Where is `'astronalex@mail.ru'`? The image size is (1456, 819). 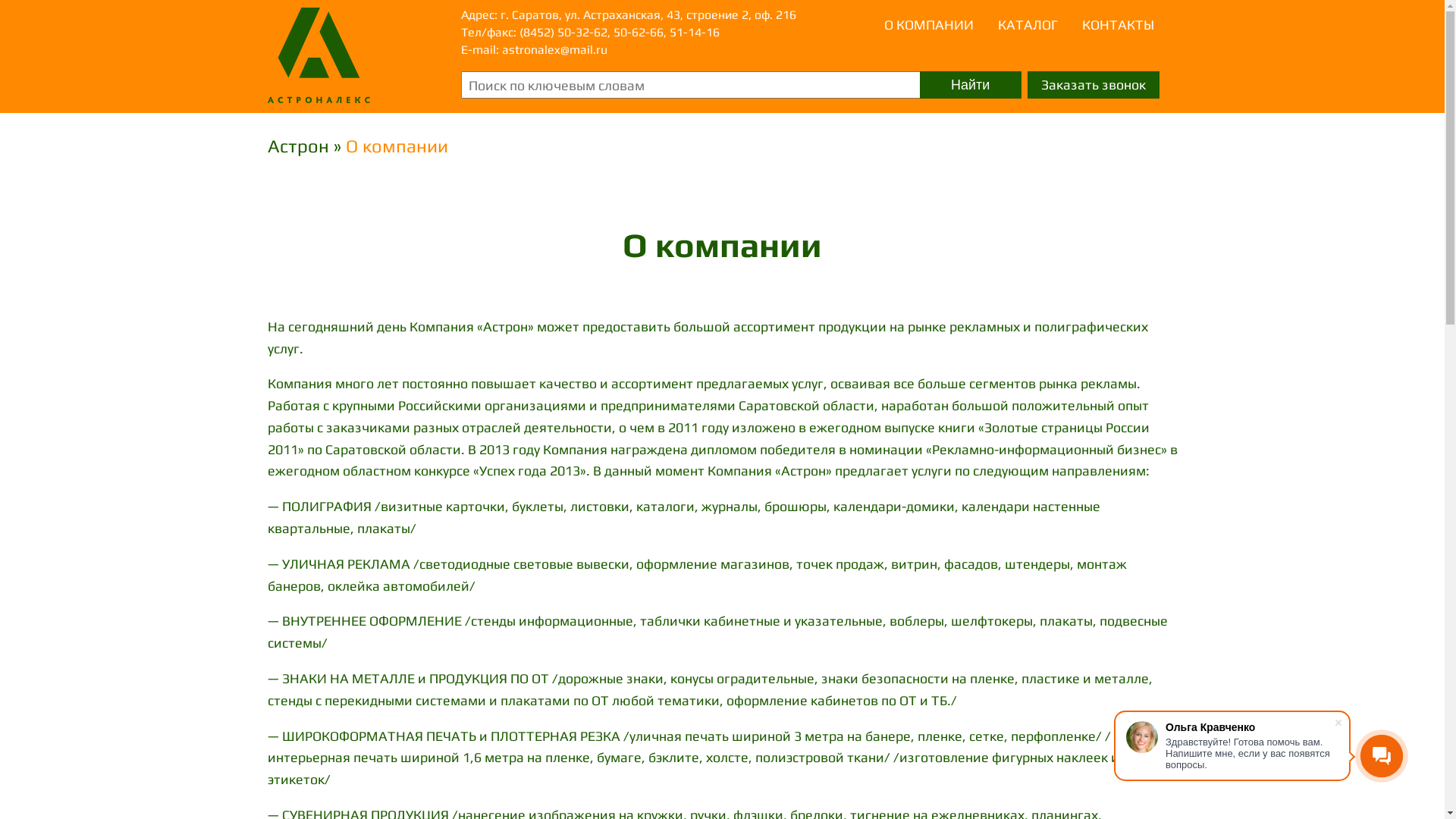
'astronalex@mail.ru' is located at coordinates (502, 49).